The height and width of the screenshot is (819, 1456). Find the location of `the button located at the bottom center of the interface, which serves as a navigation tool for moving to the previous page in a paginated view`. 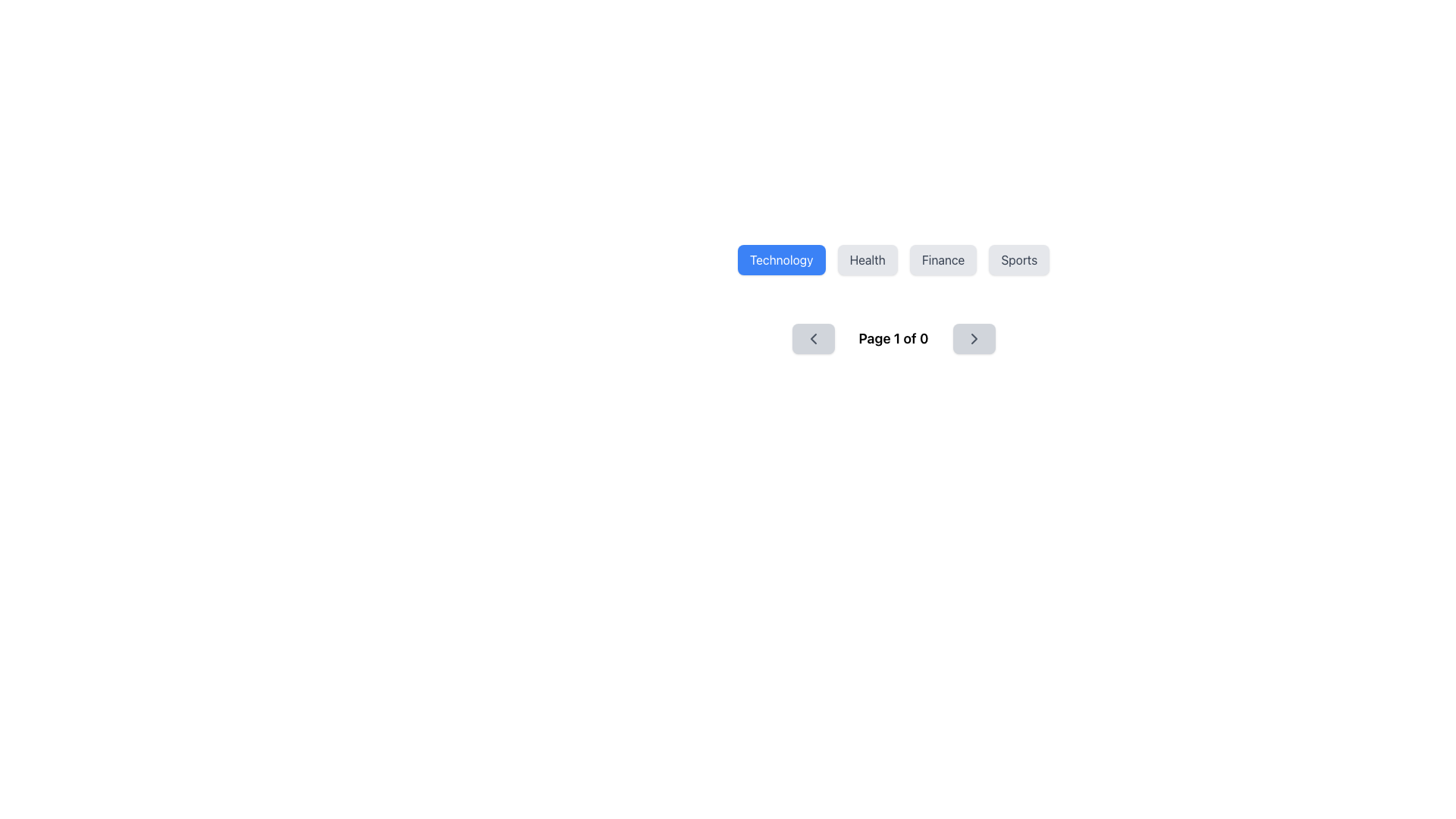

the button located at the bottom center of the interface, which serves as a navigation tool for moving to the previous page in a paginated view is located at coordinates (812, 338).